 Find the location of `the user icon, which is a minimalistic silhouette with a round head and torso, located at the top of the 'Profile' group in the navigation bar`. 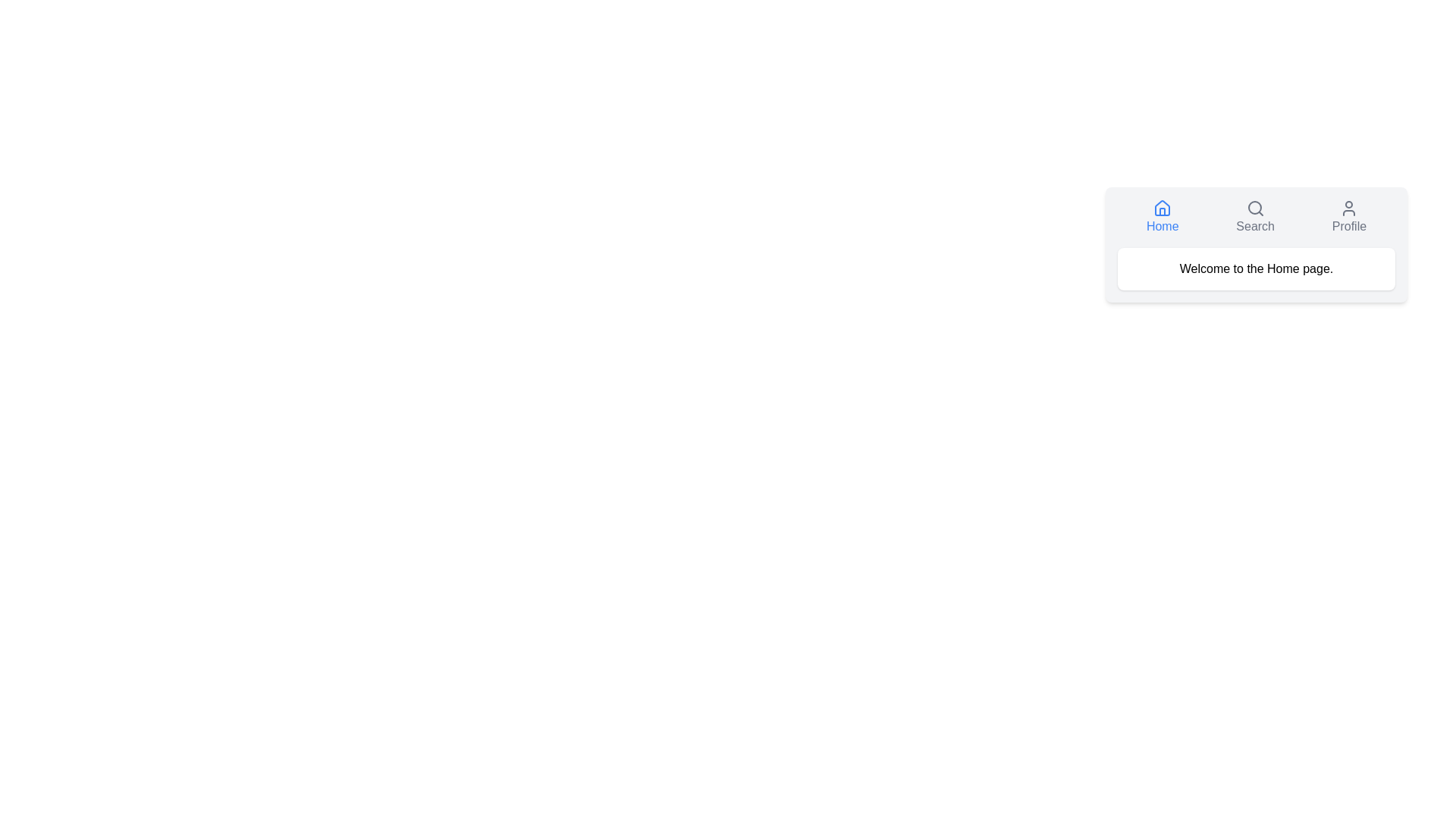

the user icon, which is a minimalistic silhouette with a round head and torso, located at the top of the 'Profile' group in the navigation bar is located at coordinates (1349, 208).